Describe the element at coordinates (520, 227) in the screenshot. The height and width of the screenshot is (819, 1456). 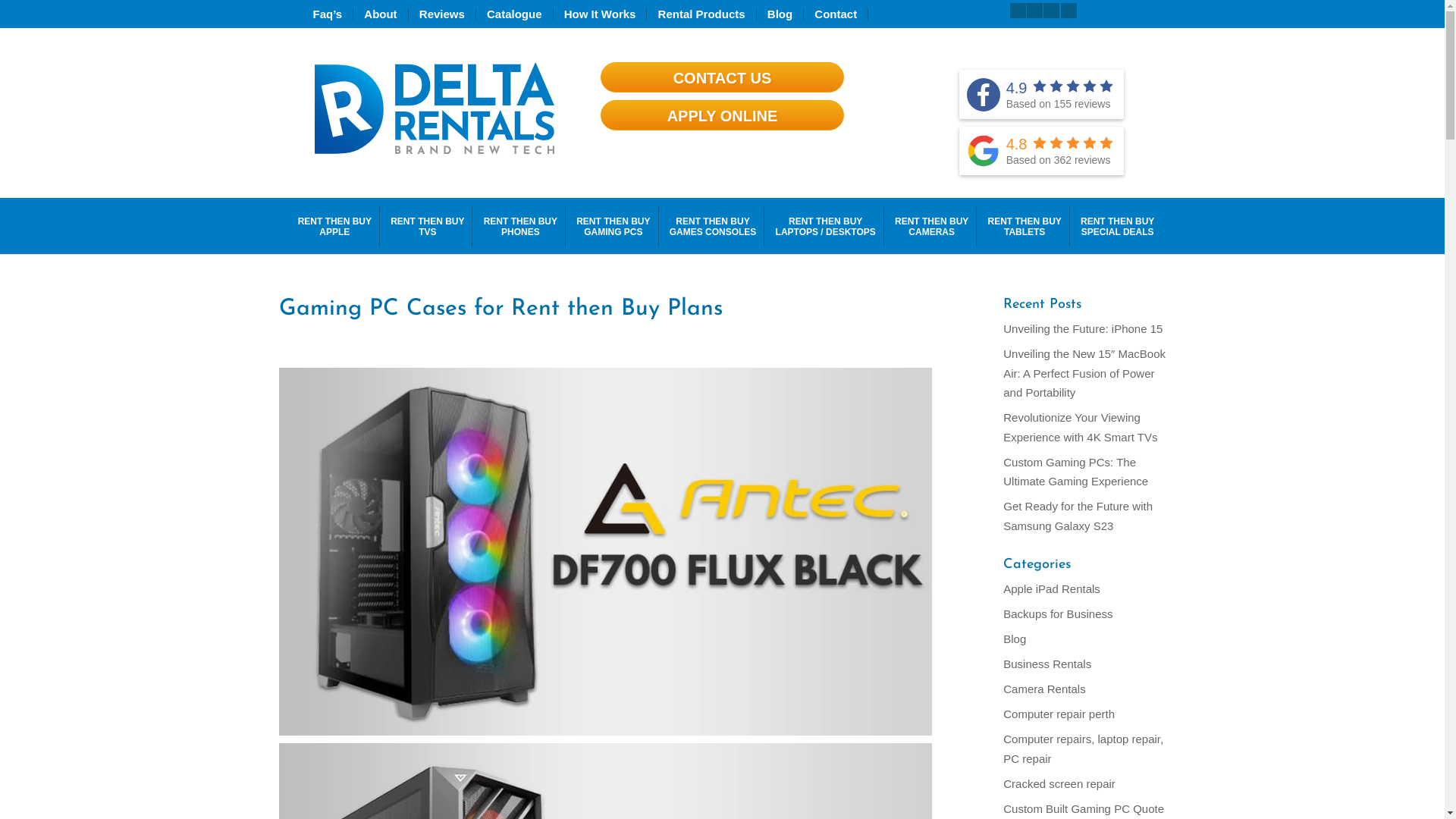
I see `'RENT THEN BUY` at that location.